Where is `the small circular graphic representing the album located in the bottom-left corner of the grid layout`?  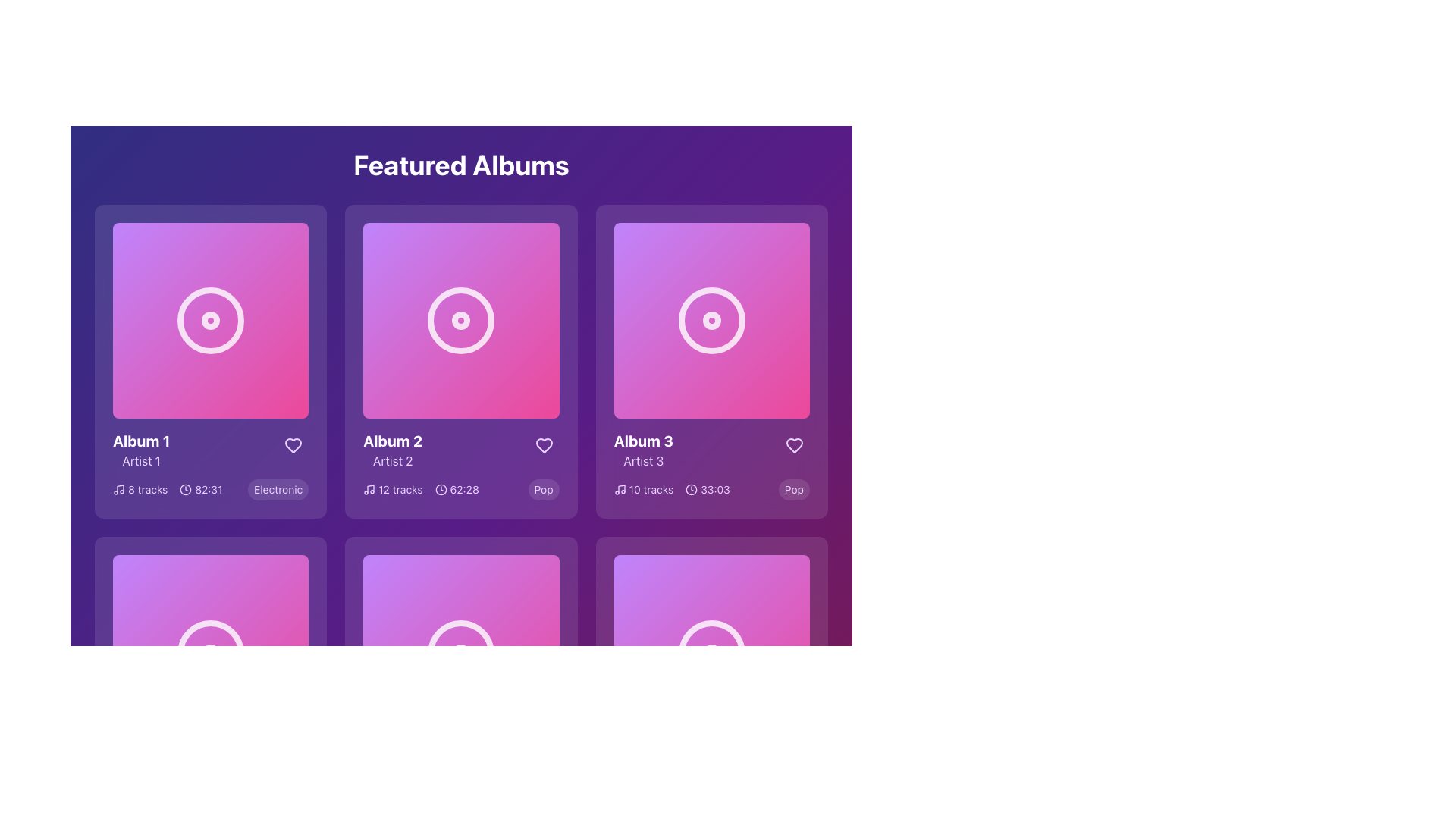
the small circular graphic representing the album located in the bottom-left corner of the grid layout is located at coordinates (210, 652).